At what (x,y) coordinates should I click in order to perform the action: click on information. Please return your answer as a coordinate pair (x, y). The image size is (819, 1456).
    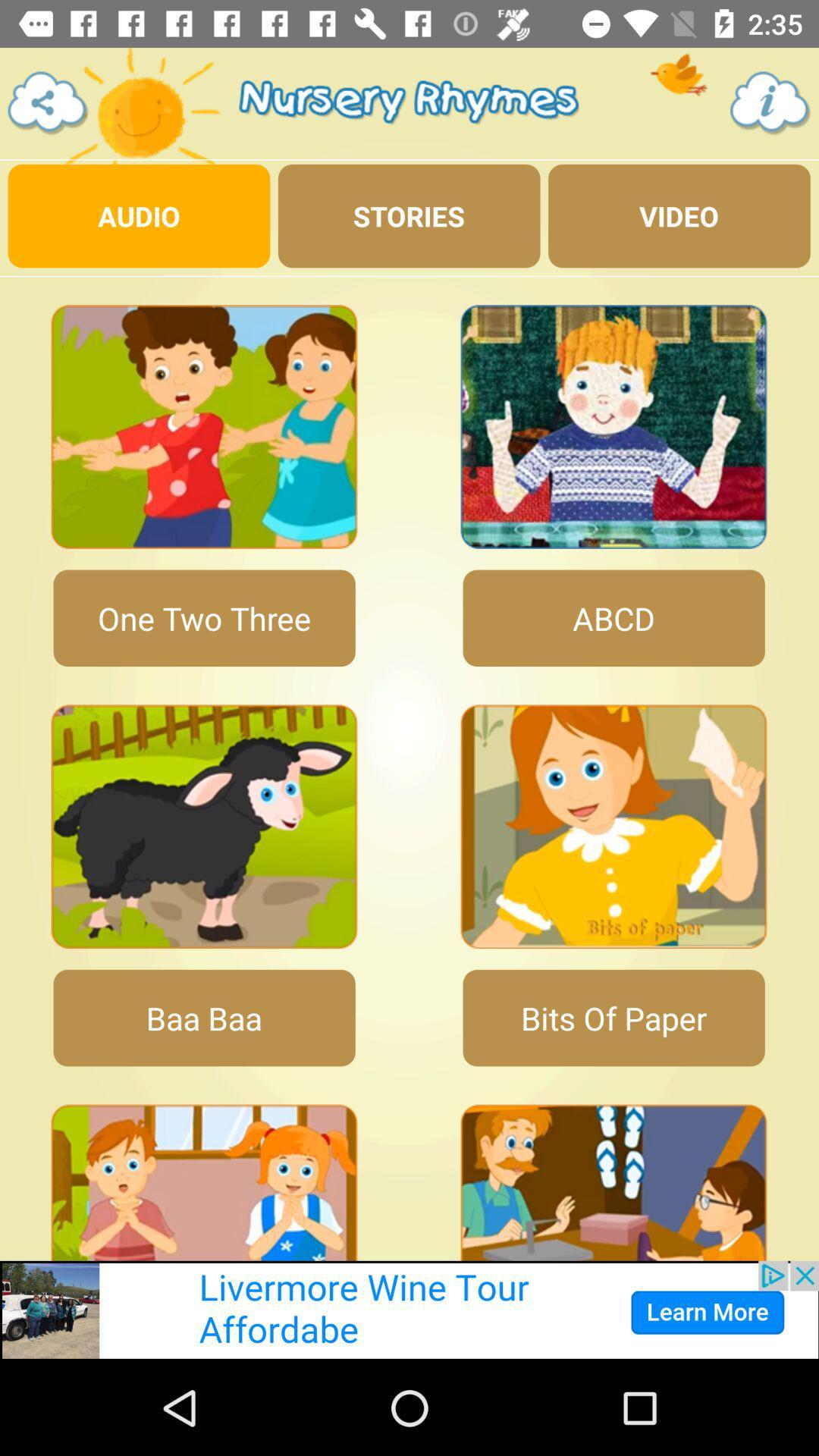
    Looking at the image, I should click on (770, 102).